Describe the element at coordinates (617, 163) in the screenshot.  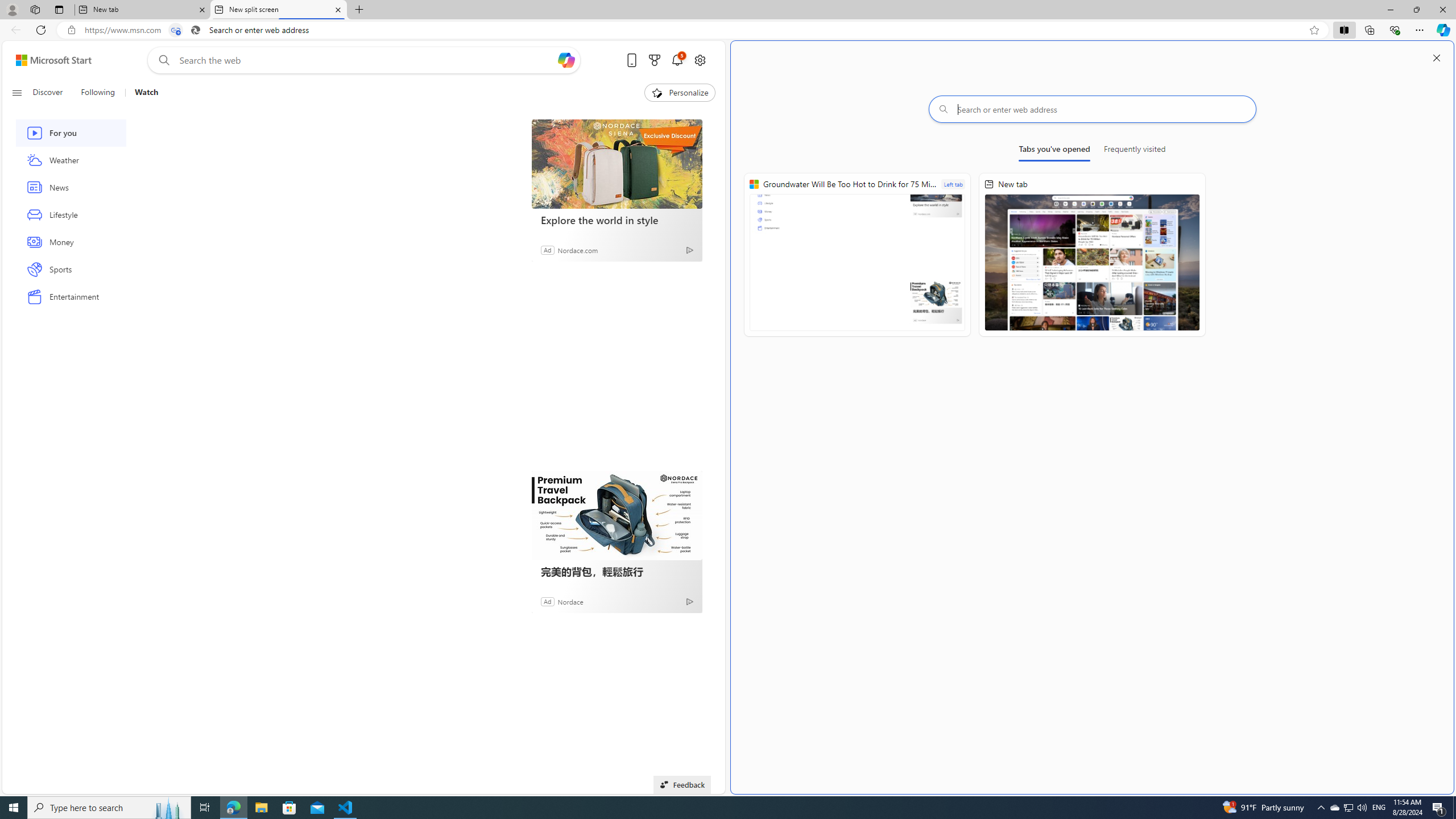
I see `'Explore the world in style'` at that location.